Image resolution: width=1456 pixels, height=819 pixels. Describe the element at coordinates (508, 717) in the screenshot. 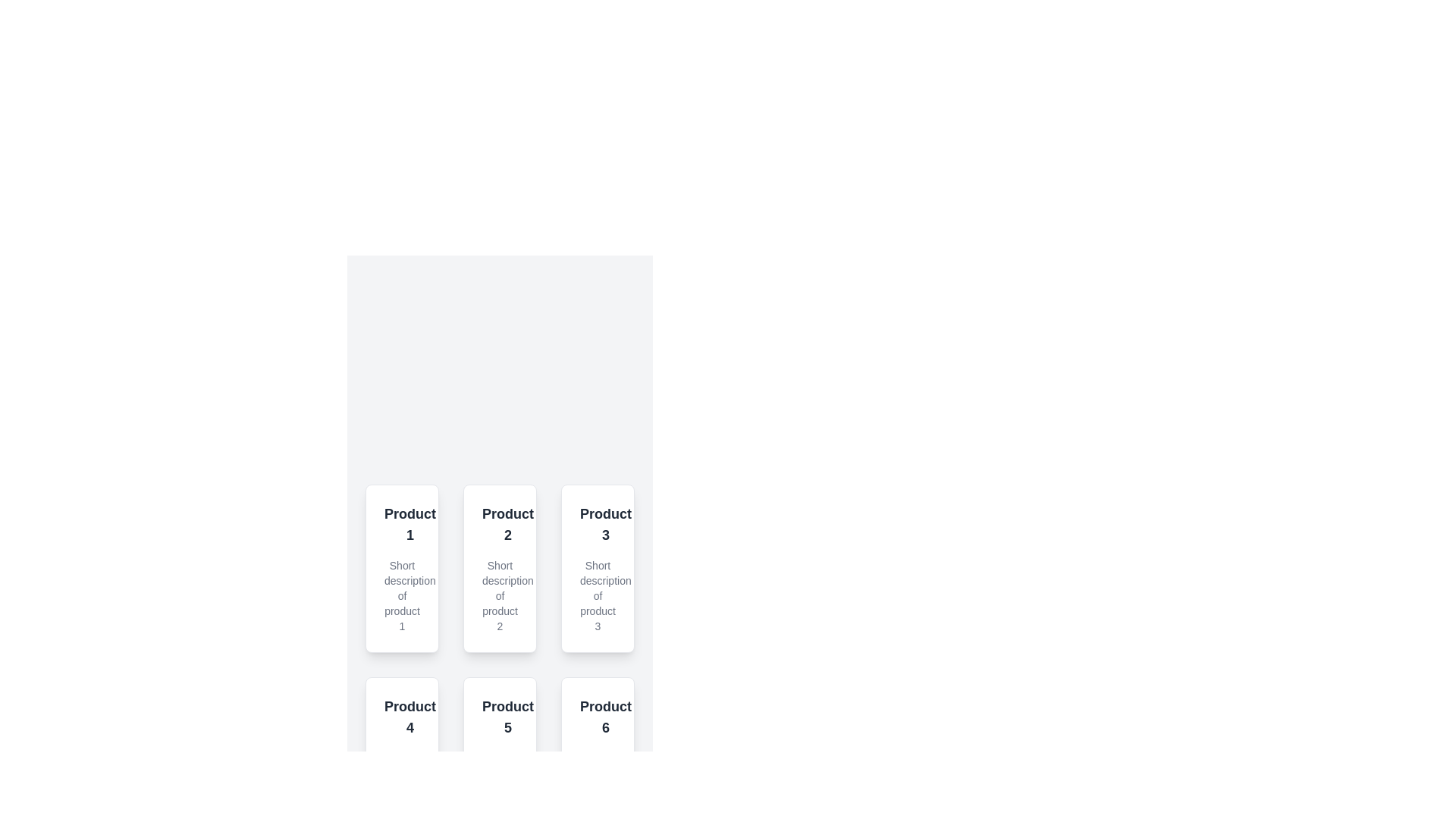

I see `the text label styled in bold, large font with the content 'Product 5', which is prominently displayed in dark gray on a light background, located in the second row, middle column of the product cards` at that location.